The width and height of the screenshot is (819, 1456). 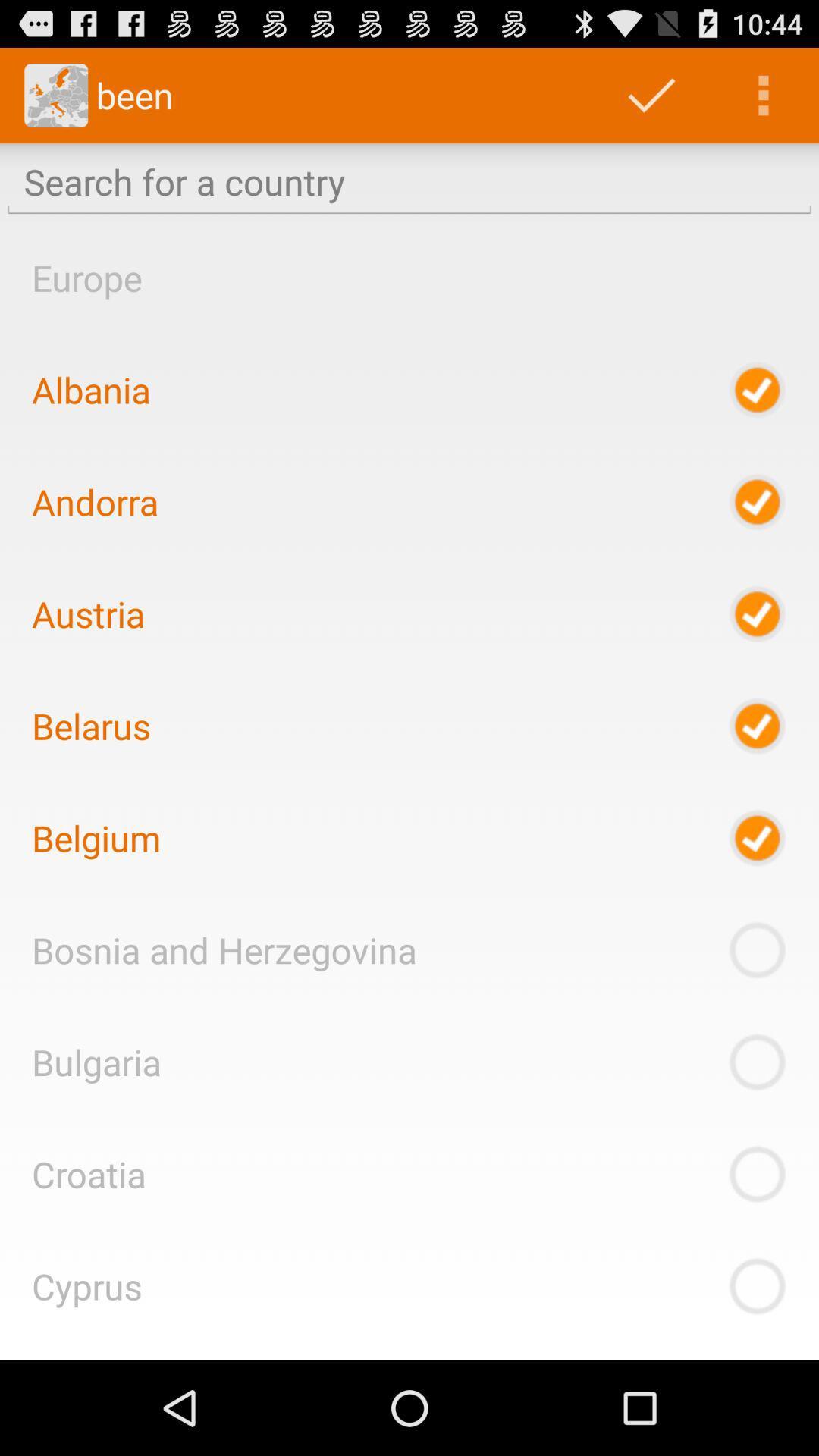 I want to click on albania item, so click(x=91, y=390).